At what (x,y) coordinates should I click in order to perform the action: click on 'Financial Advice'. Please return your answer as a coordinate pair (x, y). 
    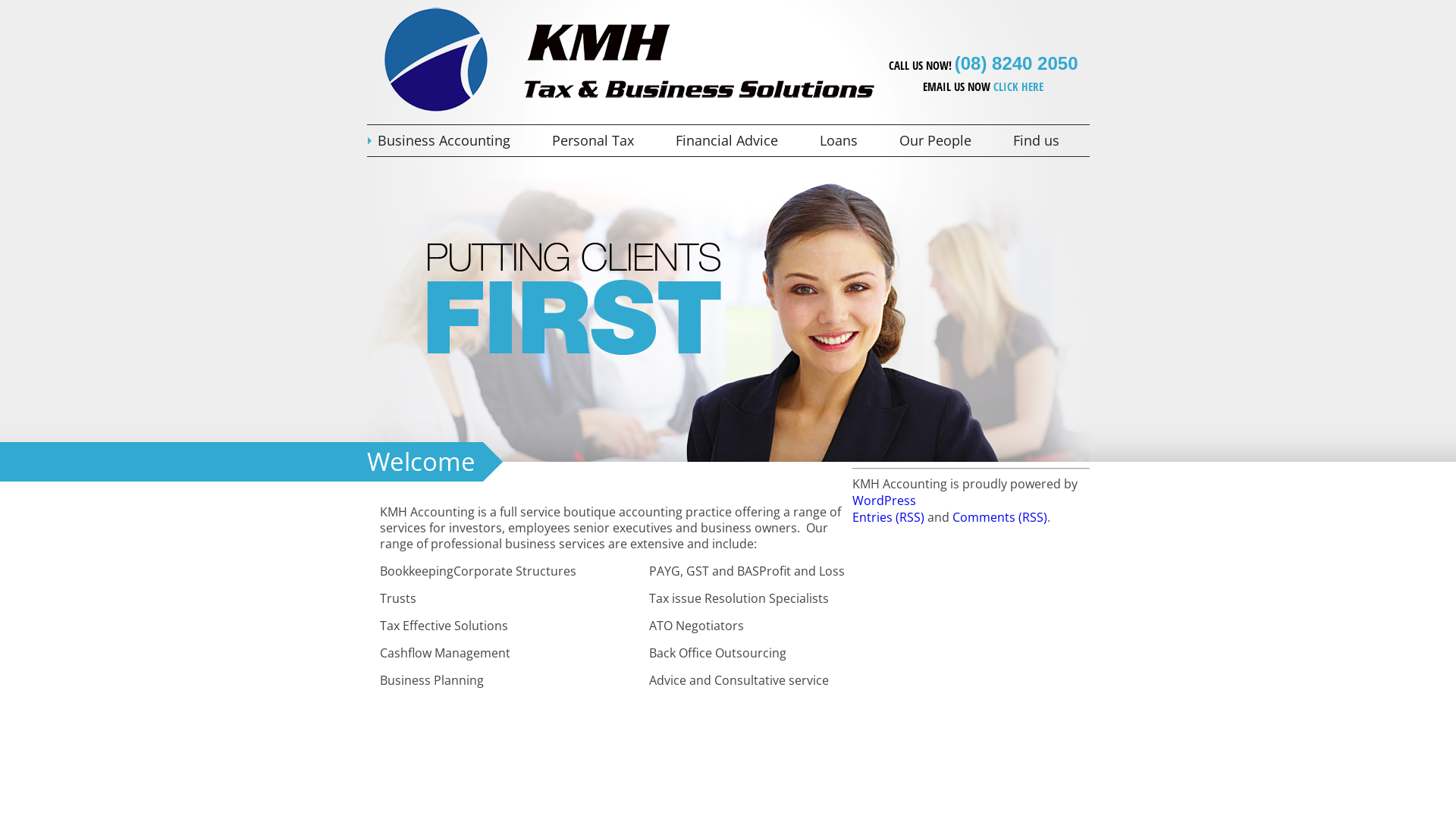
    Looking at the image, I should click on (736, 140).